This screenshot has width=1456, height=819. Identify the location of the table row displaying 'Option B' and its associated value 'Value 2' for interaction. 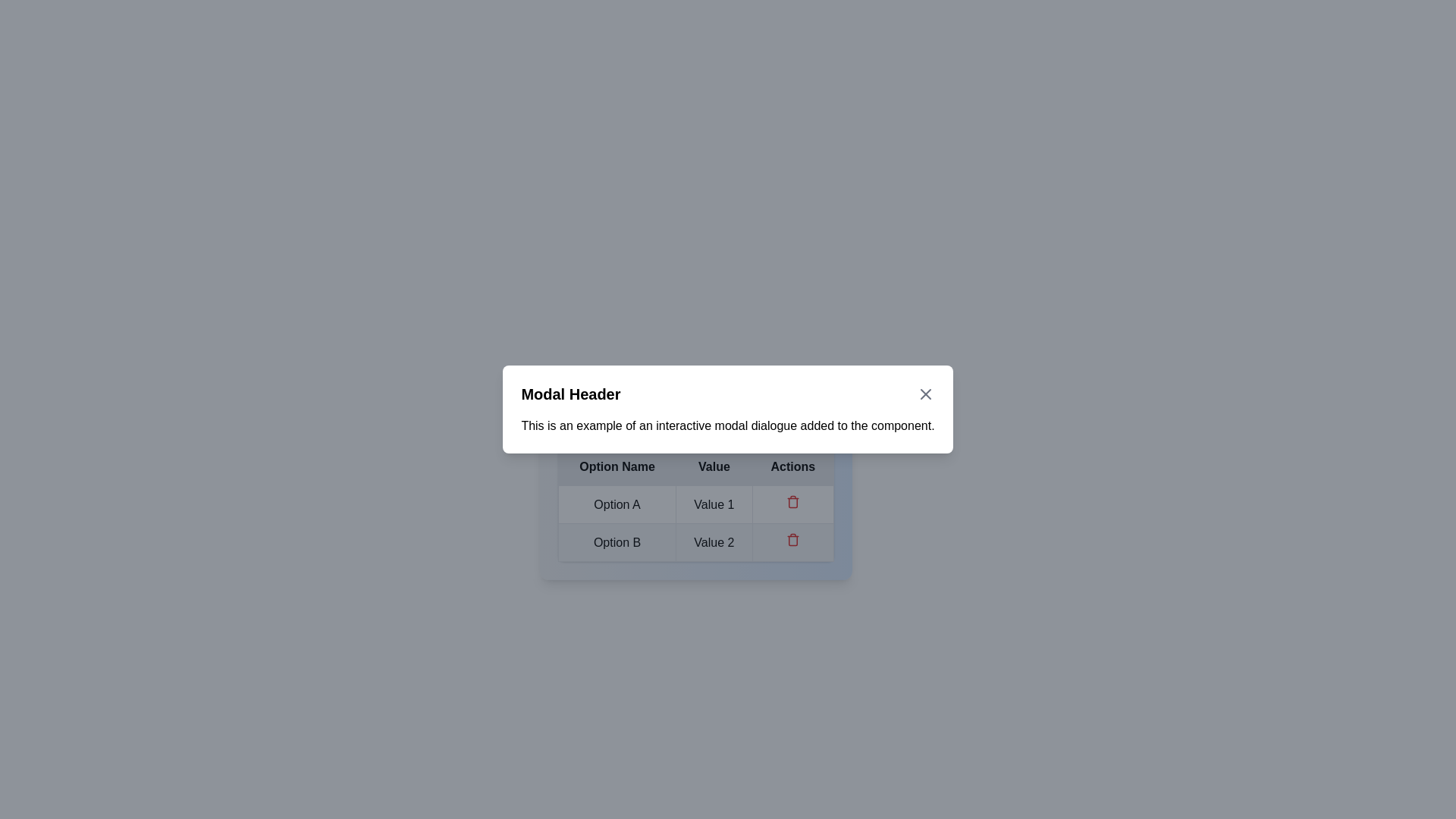
(695, 541).